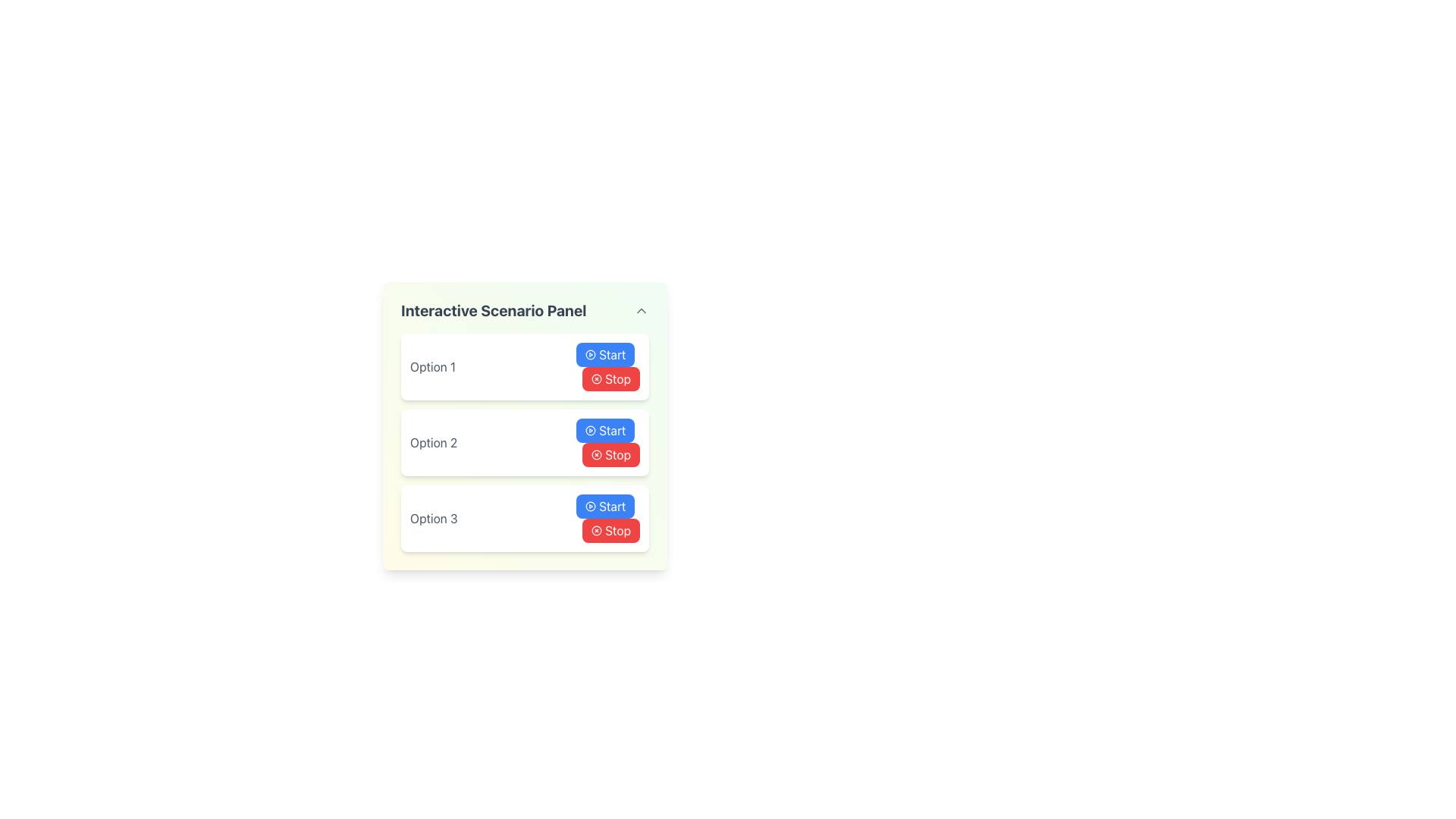  Describe the element at coordinates (607, 442) in the screenshot. I see `the 'Start' button, which is part of the 'Option 2' card in the 'Interactive Scenario Panel', to initiate the operation` at that location.